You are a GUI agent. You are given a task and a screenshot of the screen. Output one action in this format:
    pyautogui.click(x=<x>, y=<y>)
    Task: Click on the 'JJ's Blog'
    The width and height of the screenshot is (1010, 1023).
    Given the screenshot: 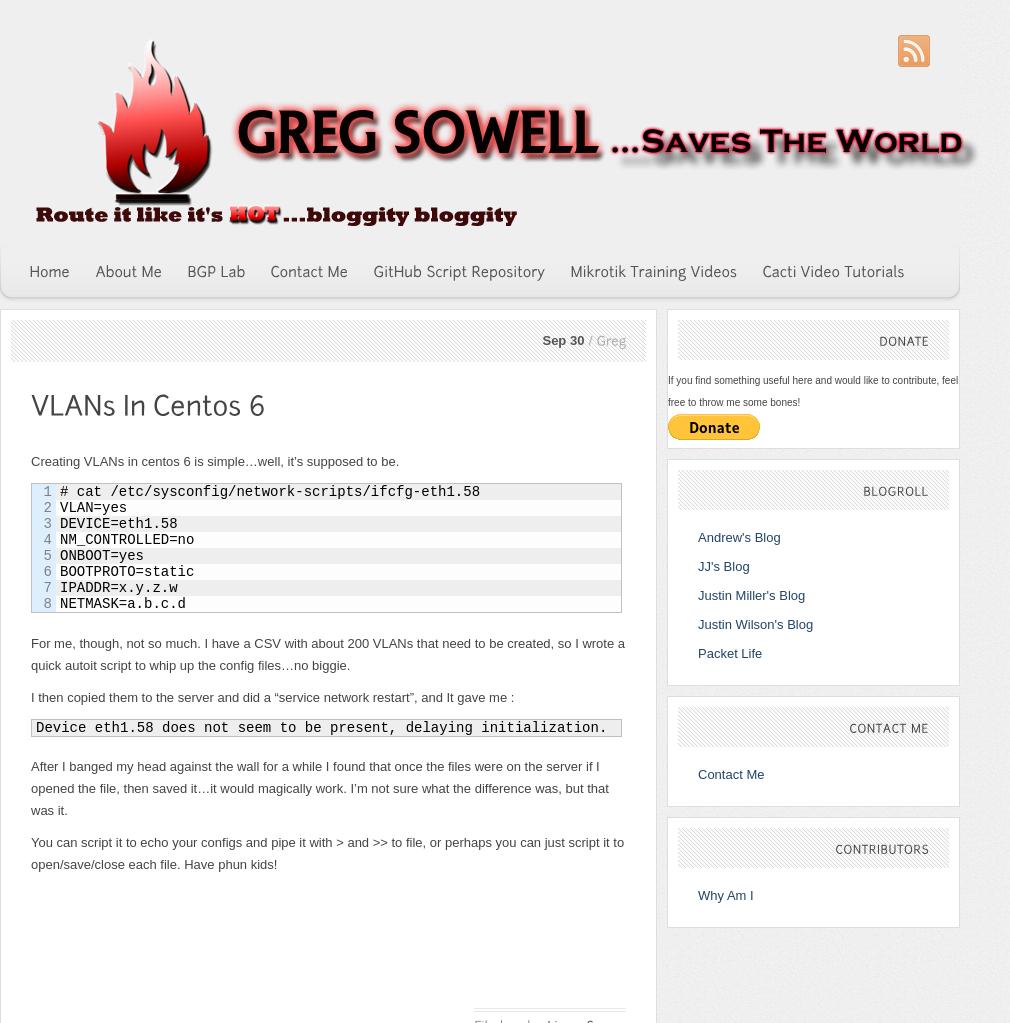 What is the action you would take?
    pyautogui.click(x=722, y=566)
    